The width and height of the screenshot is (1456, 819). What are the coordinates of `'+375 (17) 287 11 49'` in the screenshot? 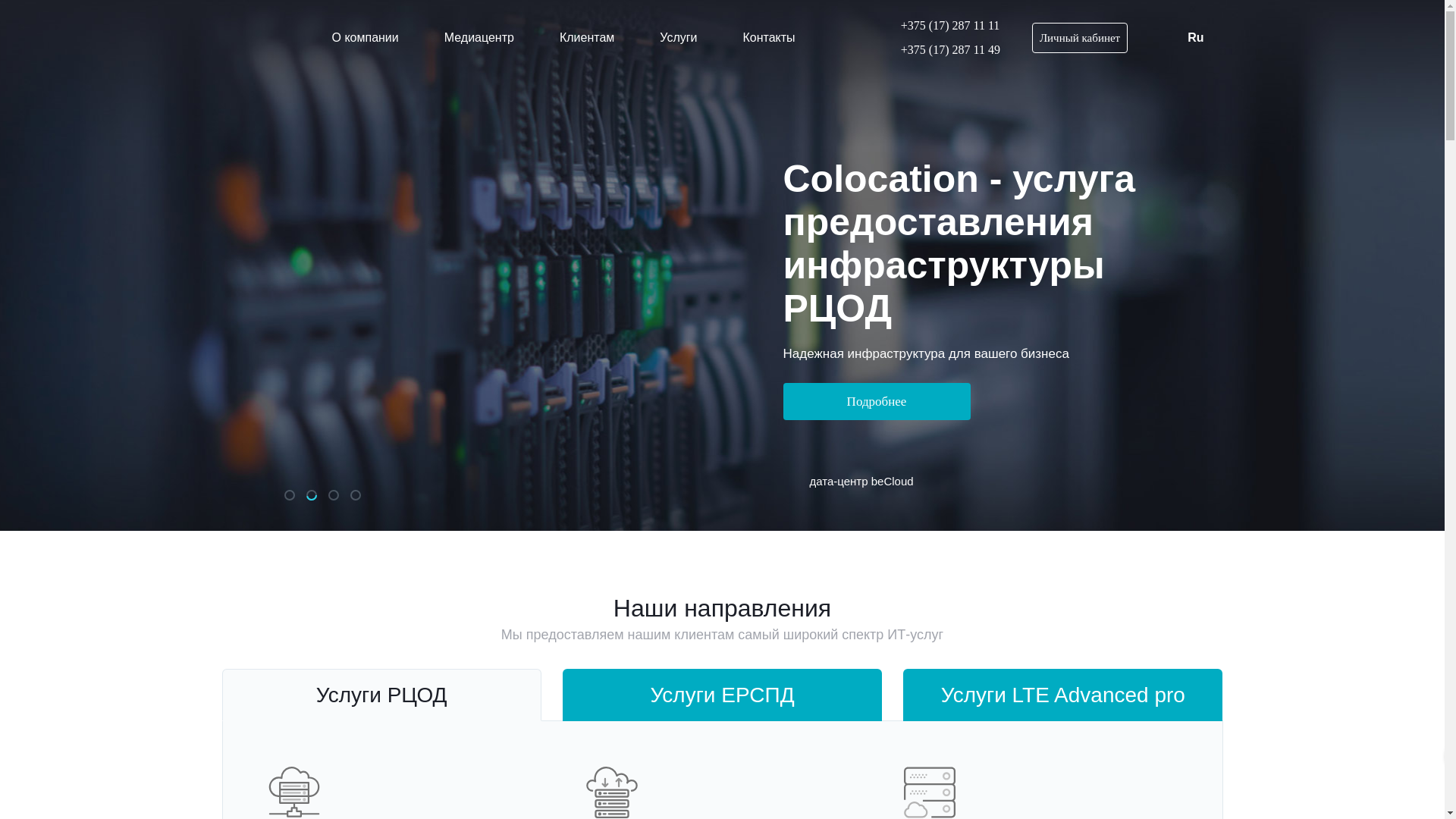 It's located at (941, 49).